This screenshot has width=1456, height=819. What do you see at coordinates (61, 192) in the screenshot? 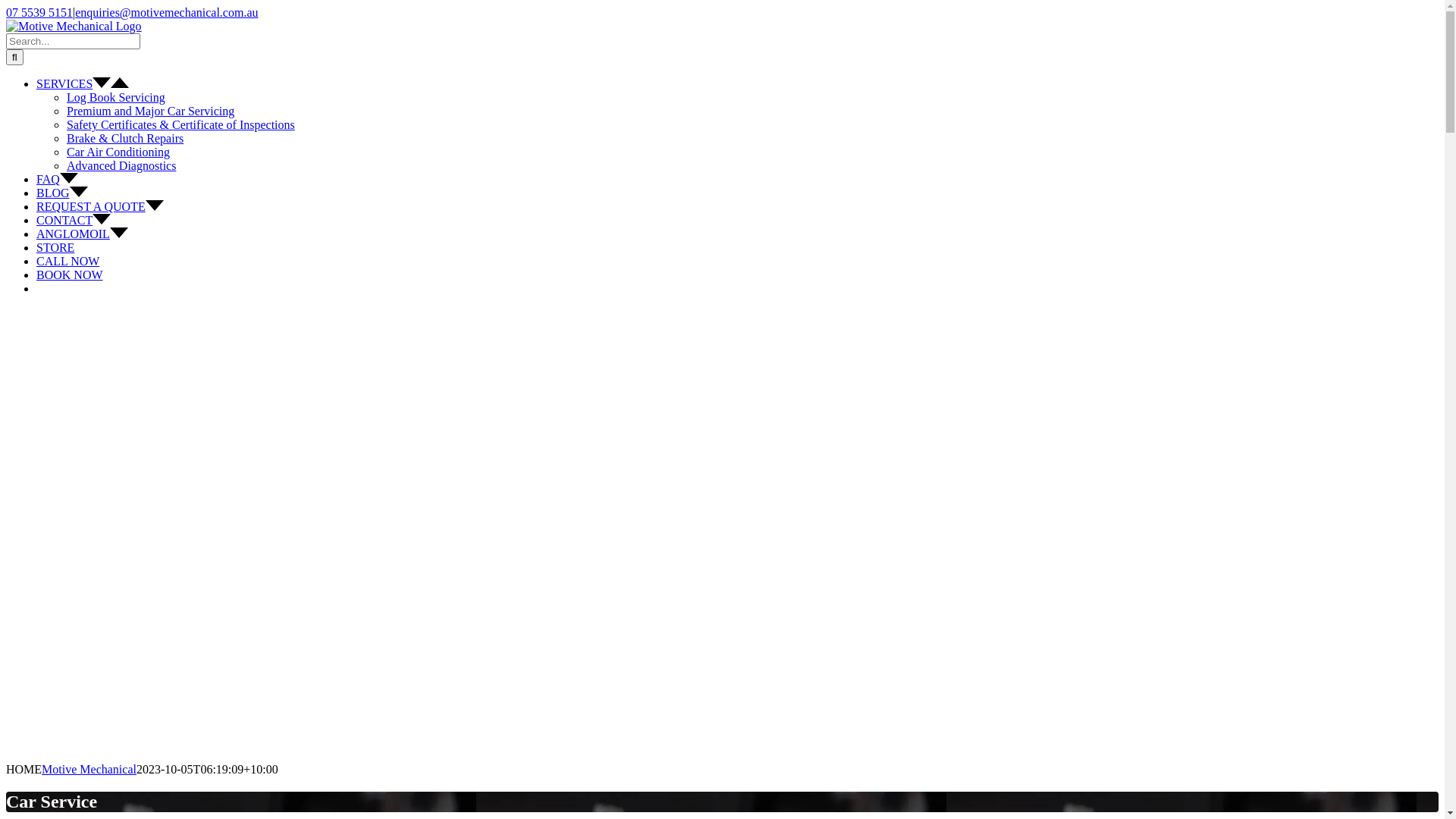
I see `'BLOG'` at bounding box center [61, 192].